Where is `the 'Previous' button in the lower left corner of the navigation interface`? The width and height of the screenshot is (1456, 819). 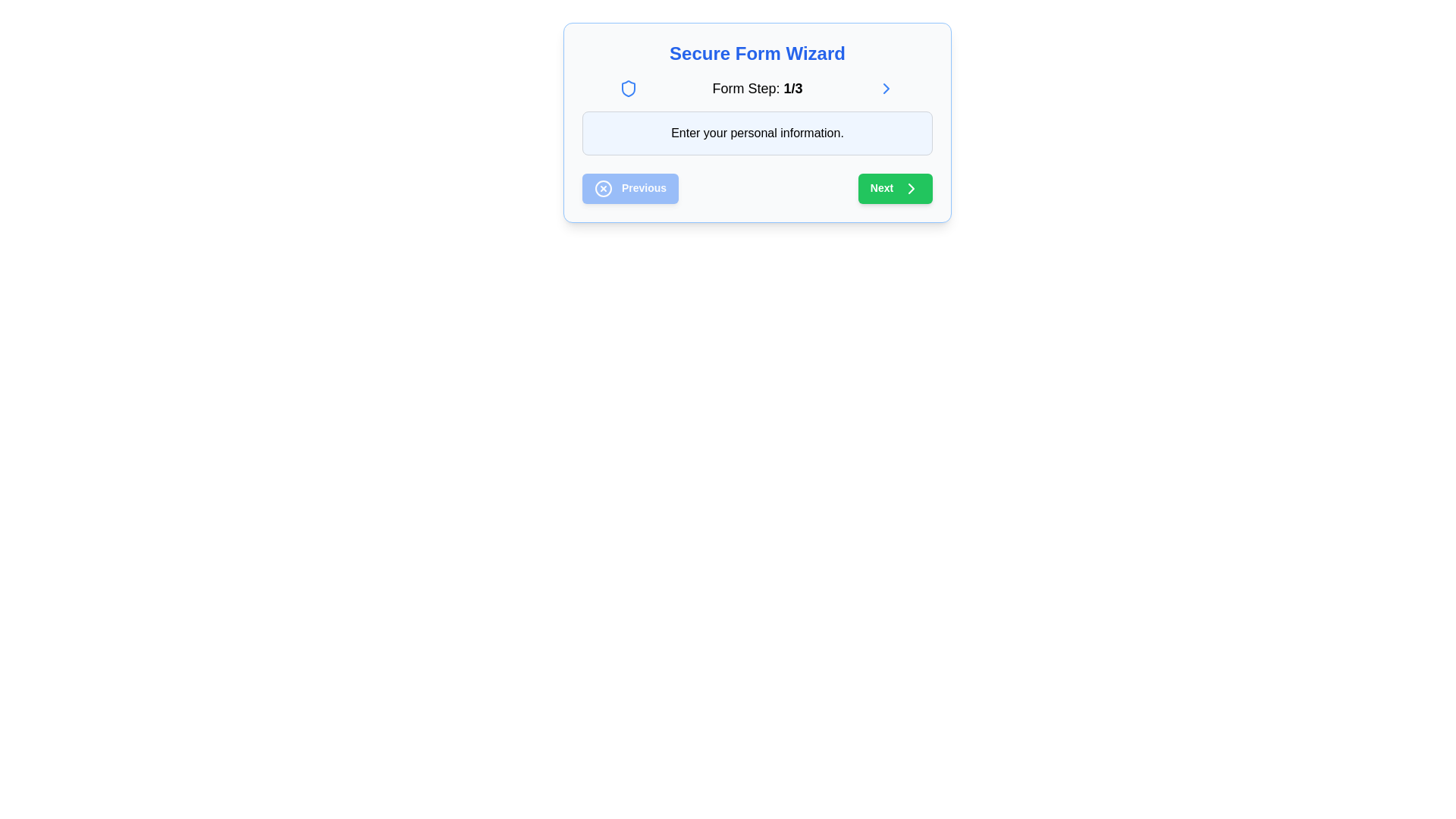
the 'Previous' button in the lower left corner of the navigation interface is located at coordinates (630, 188).